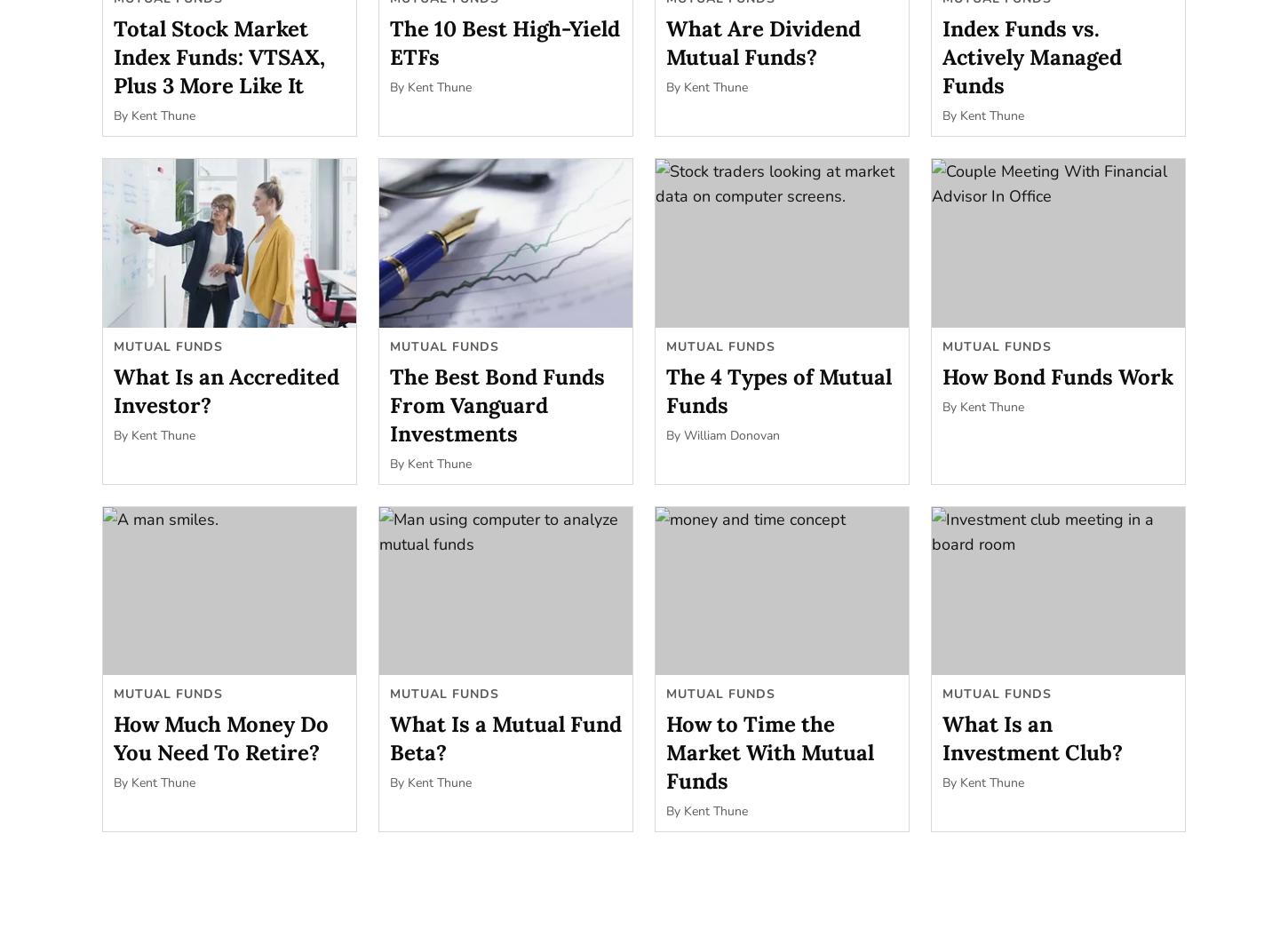  I want to click on 'What Is a Mutual Fund Beta?', so click(505, 738).